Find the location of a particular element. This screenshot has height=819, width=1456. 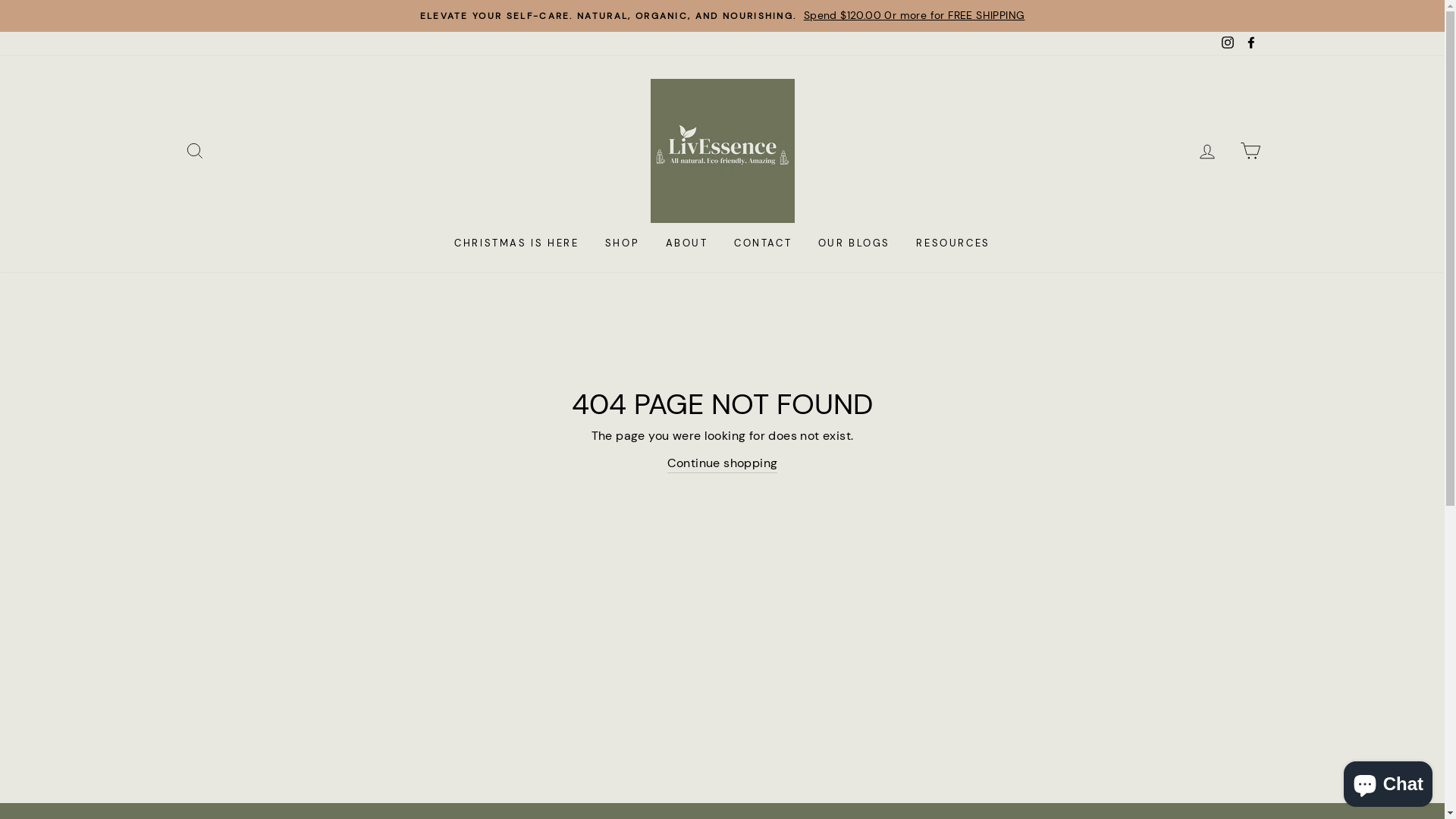

'CART' is located at coordinates (1230, 150).